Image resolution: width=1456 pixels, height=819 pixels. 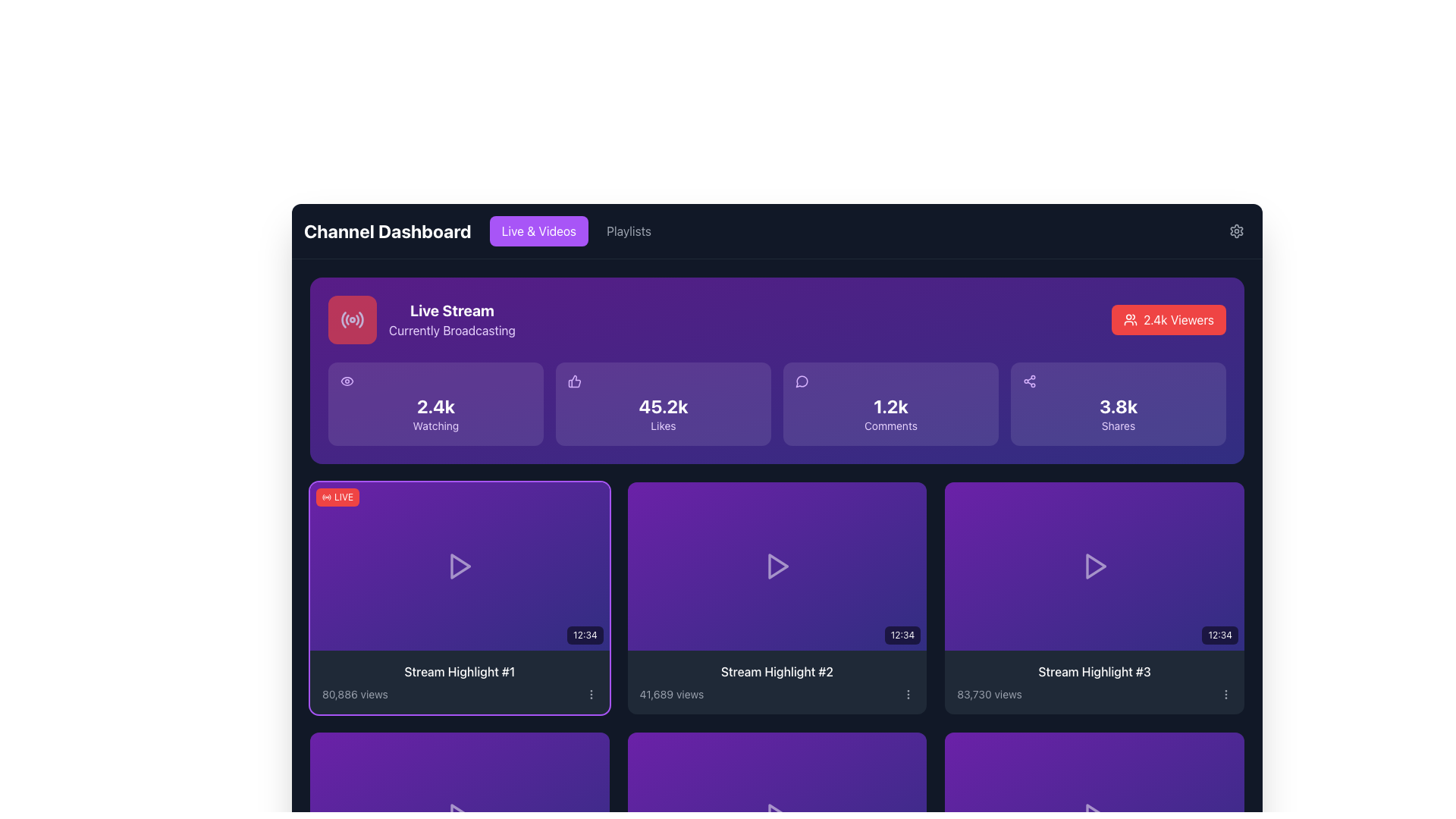 I want to click on the Text Label that indicates the user is viewing the 'Channel Dashboard' section, located in the top-left corner of the main content area, so click(x=388, y=231).